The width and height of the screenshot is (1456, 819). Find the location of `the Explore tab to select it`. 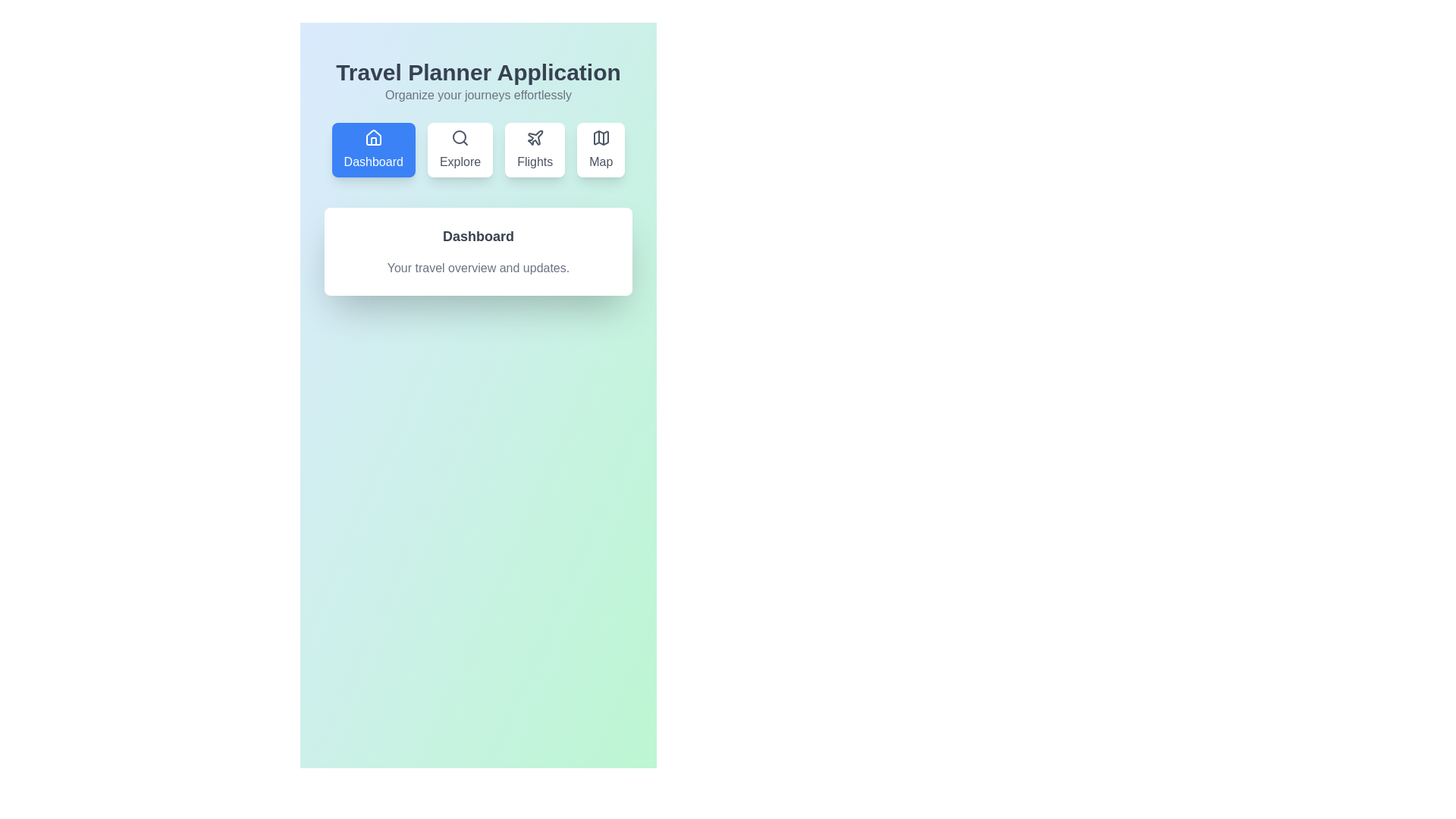

the Explore tab to select it is located at coordinates (460, 149).